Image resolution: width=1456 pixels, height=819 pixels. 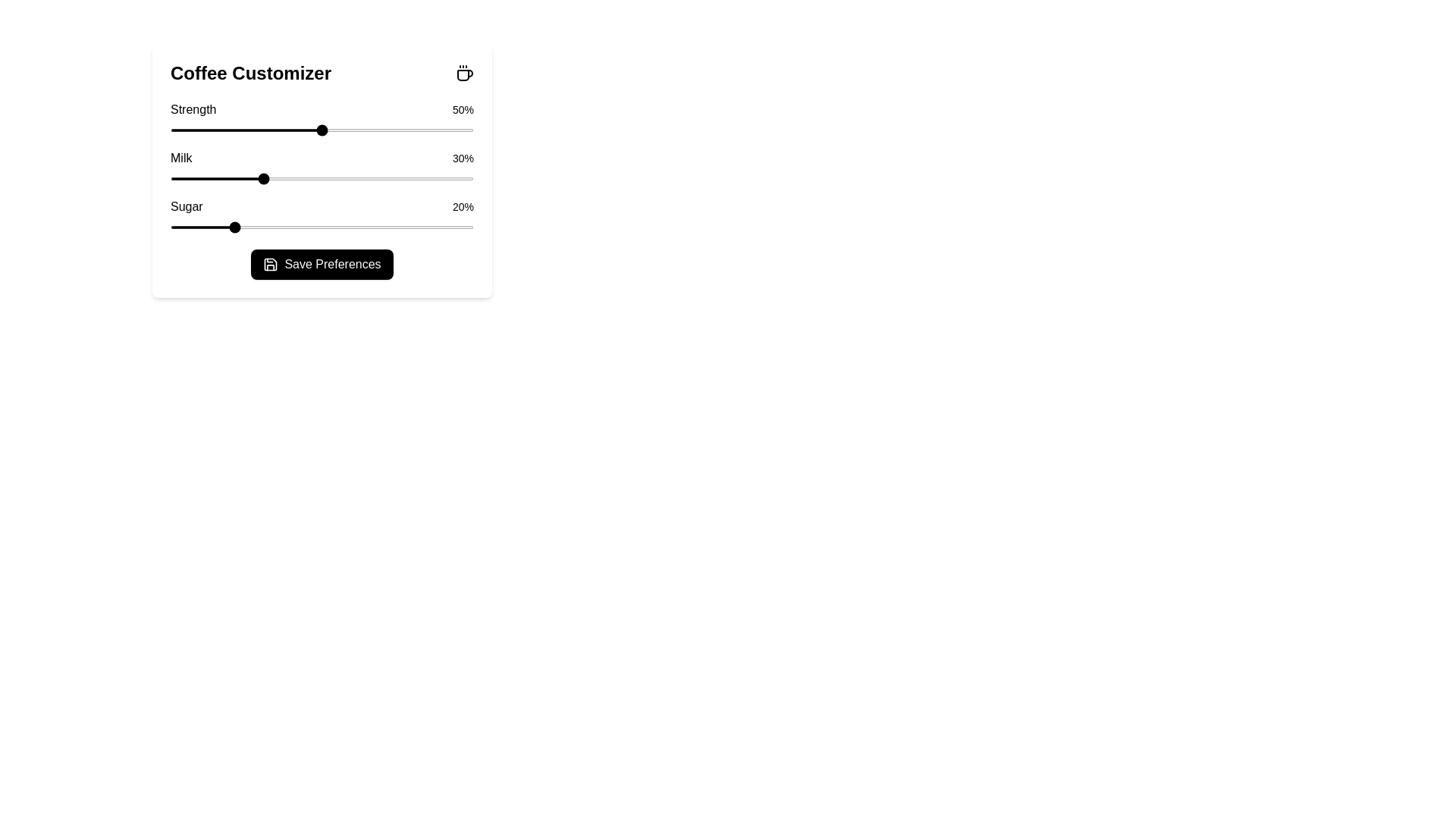 I want to click on the sugar level, so click(x=224, y=227).